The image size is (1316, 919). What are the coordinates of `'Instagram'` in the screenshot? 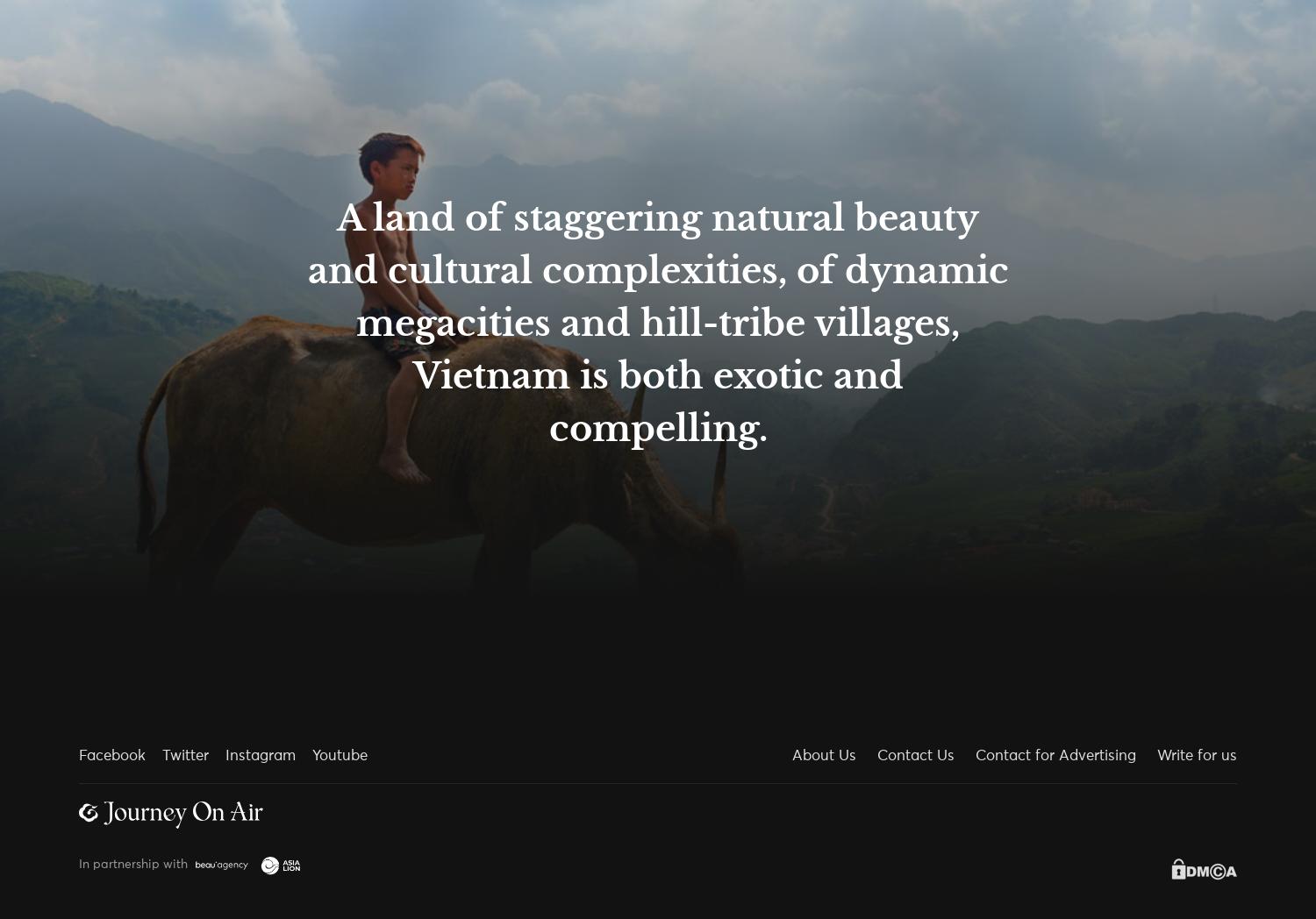 It's located at (261, 756).